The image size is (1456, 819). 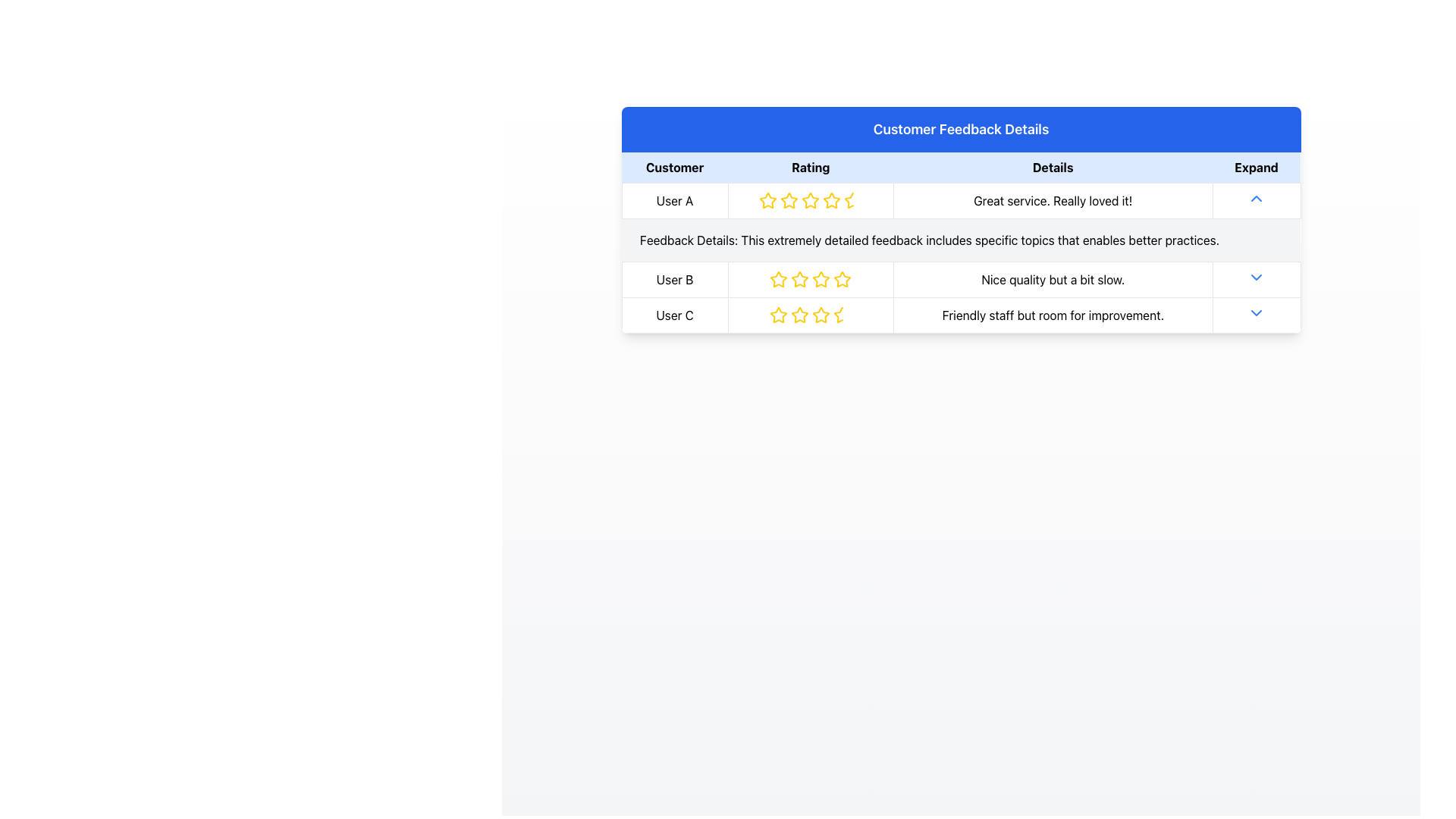 What do you see at coordinates (789, 200) in the screenshot?
I see `the second star icon with a yellow outline in the rating column under 'User A' in the 'Customer Feedback Details' table` at bounding box center [789, 200].